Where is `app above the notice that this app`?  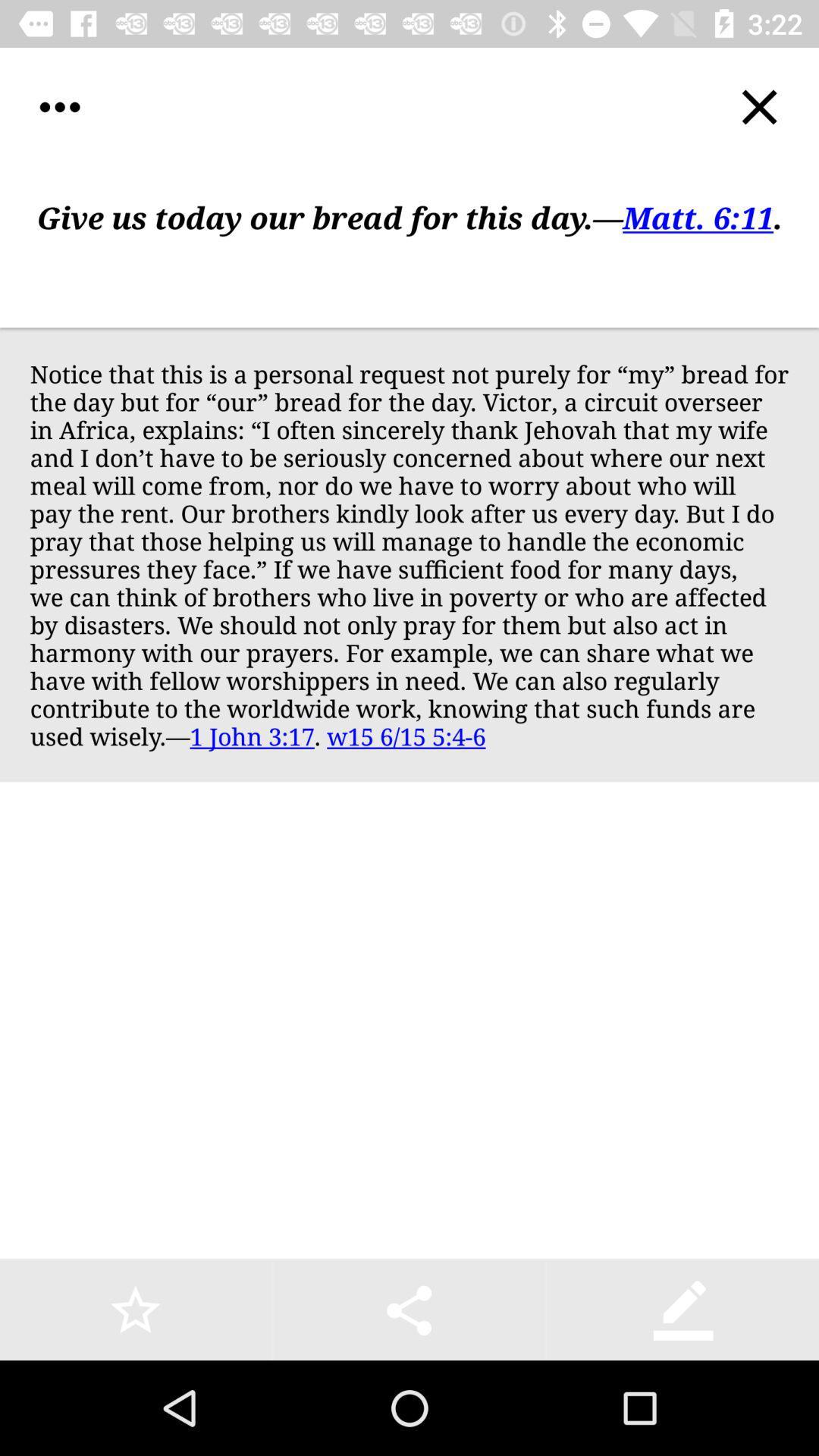
app above the notice that this app is located at coordinates (409, 247).